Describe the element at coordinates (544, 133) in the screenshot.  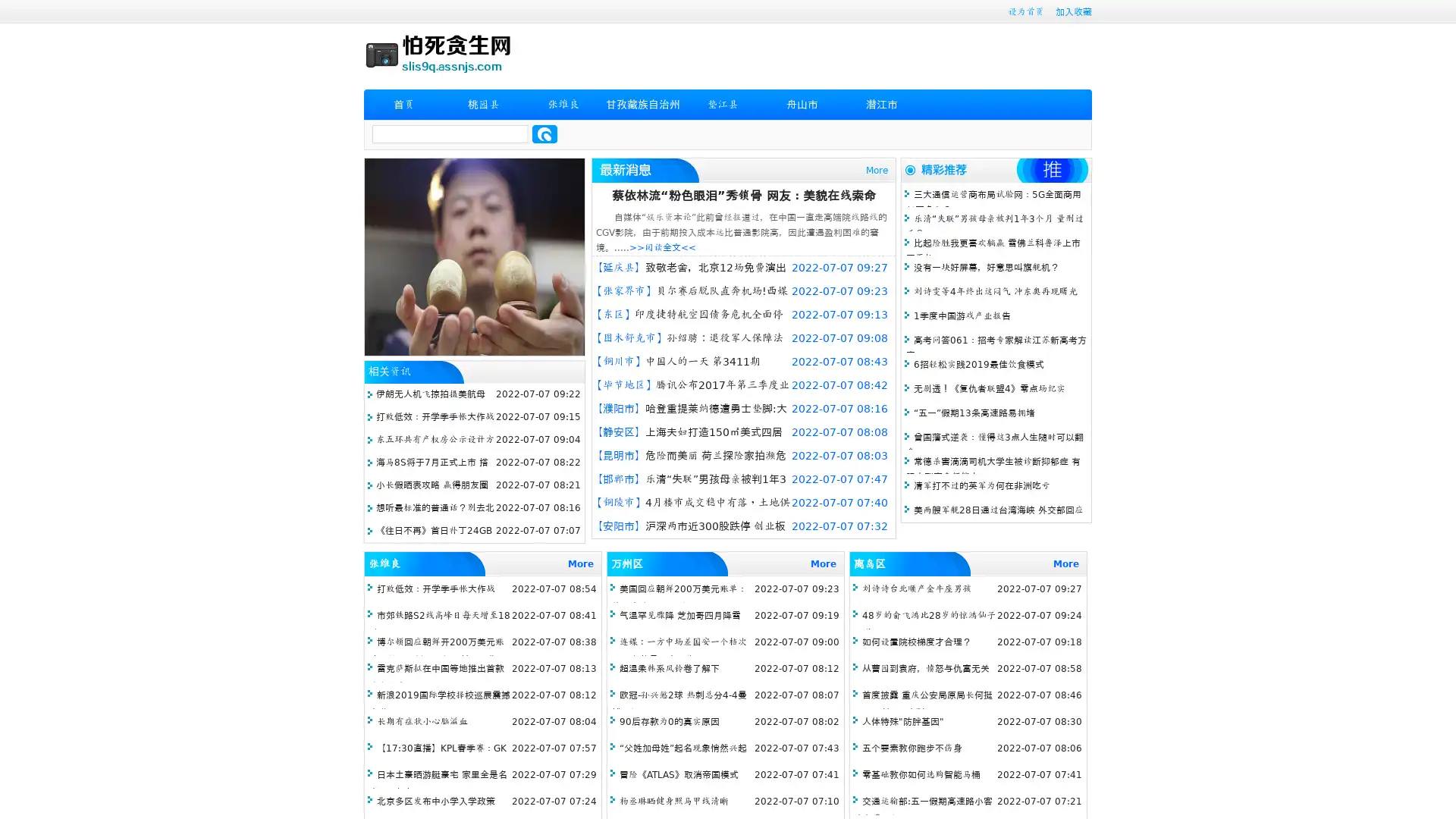
I see `Search` at that location.